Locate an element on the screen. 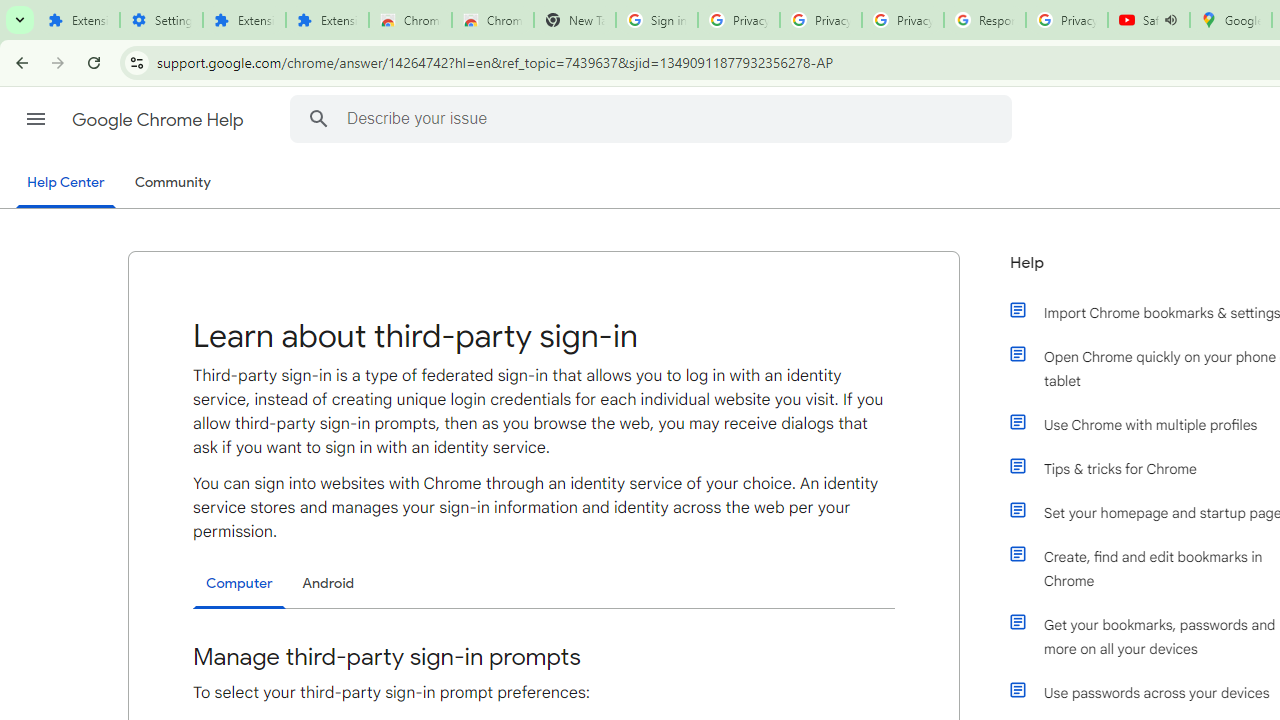 This screenshot has width=1280, height=720. 'Settings' is located at coordinates (161, 20).